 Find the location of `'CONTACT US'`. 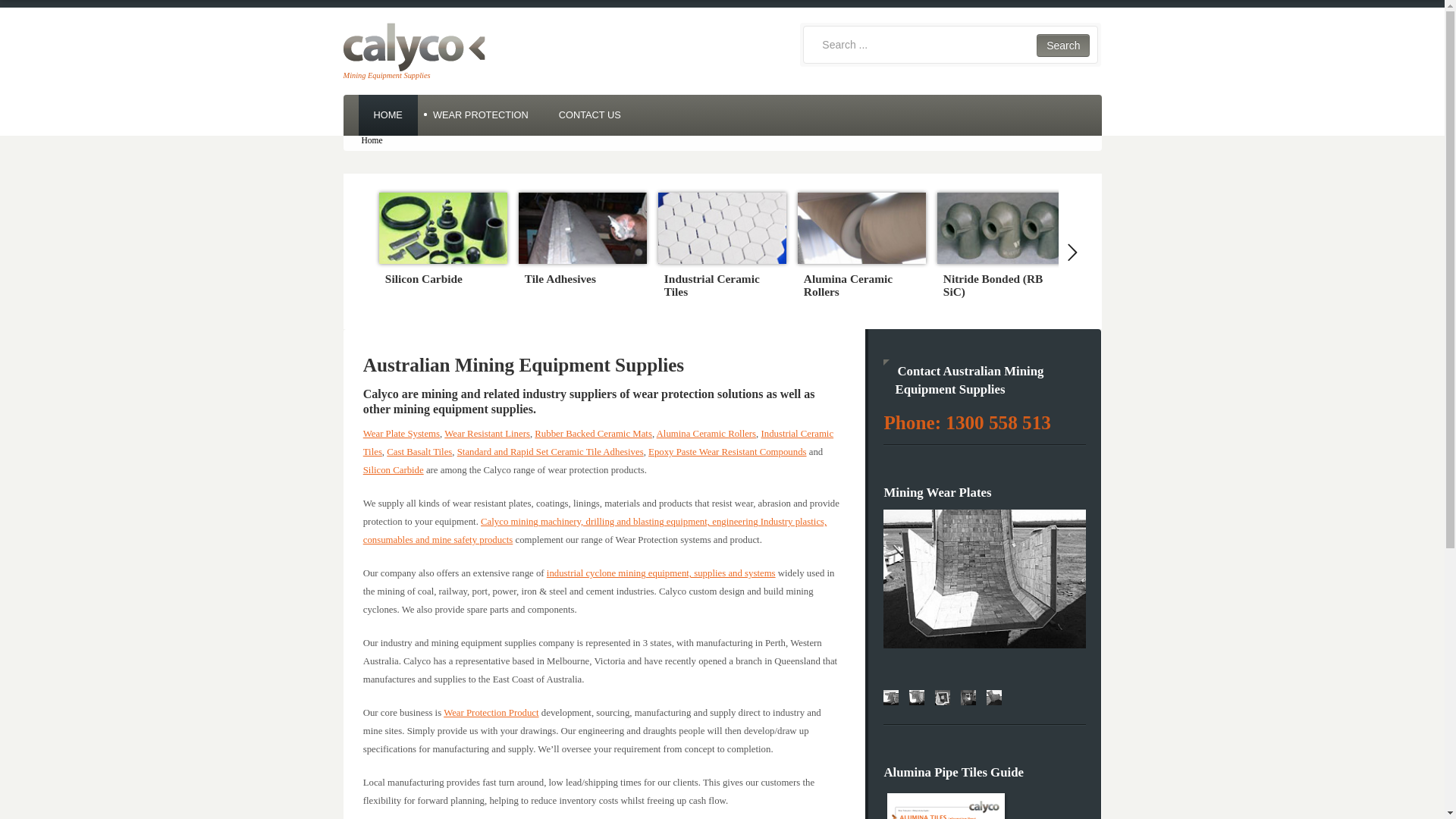

'CONTACT US' is located at coordinates (543, 114).